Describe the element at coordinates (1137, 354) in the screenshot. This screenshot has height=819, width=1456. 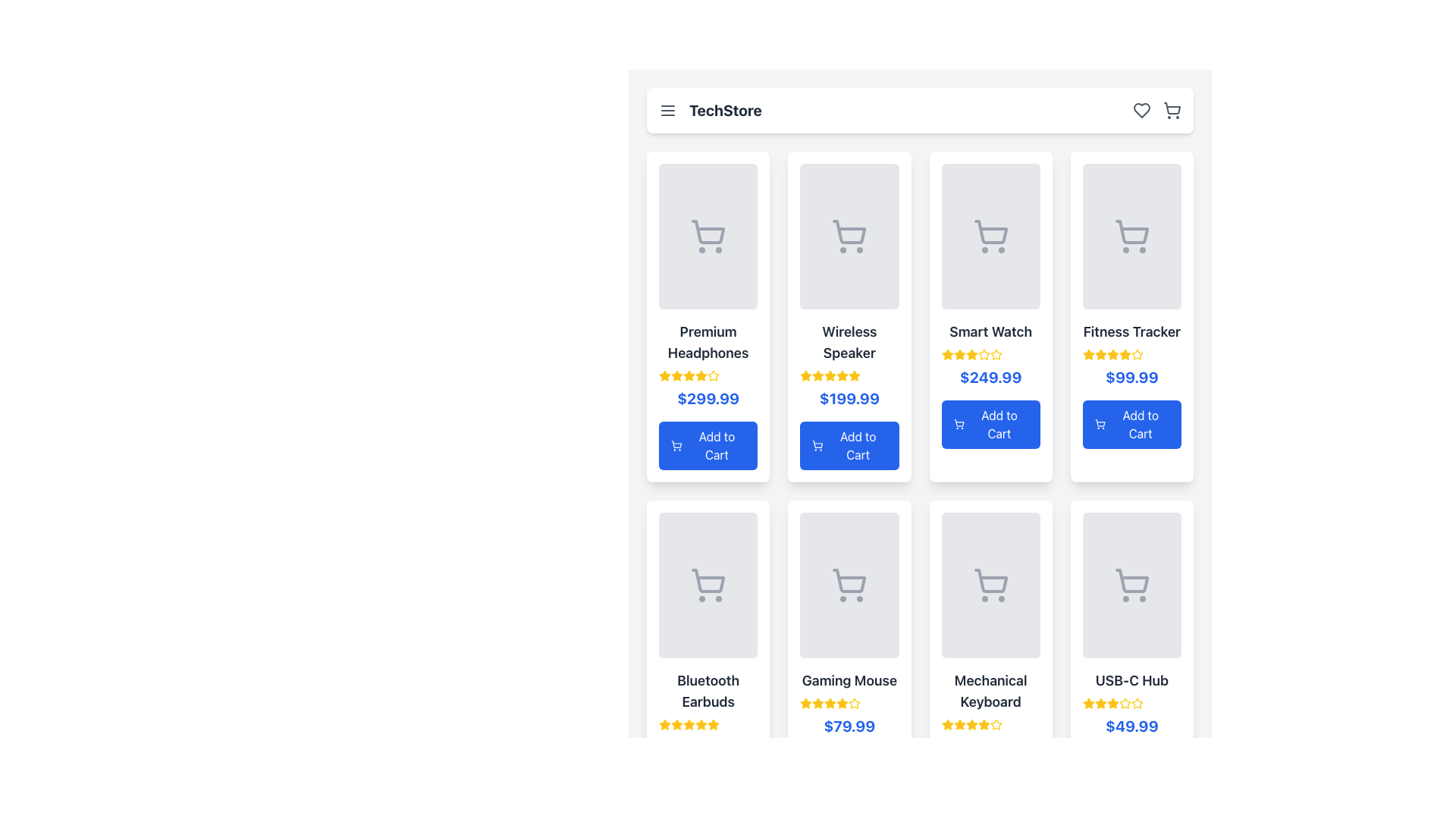
I see `the fifth star in the row of six stars that indicates the rating for the 'Fitness Tracker' product` at that location.